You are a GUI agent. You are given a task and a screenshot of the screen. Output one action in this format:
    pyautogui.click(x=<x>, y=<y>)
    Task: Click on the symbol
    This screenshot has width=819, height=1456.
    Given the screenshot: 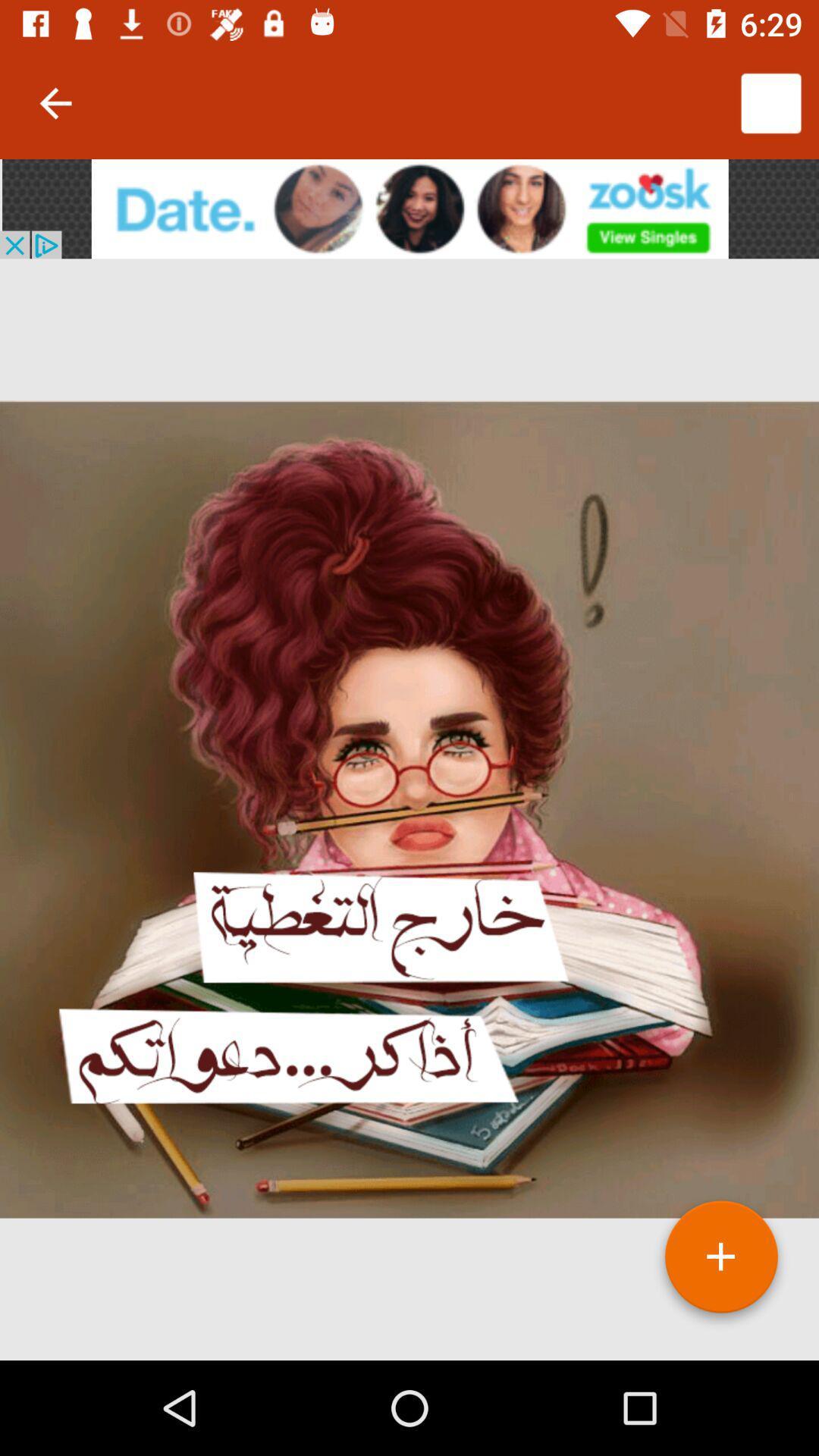 What is the action you would take?
    pyautogui.click(x=720, y=1263)
    